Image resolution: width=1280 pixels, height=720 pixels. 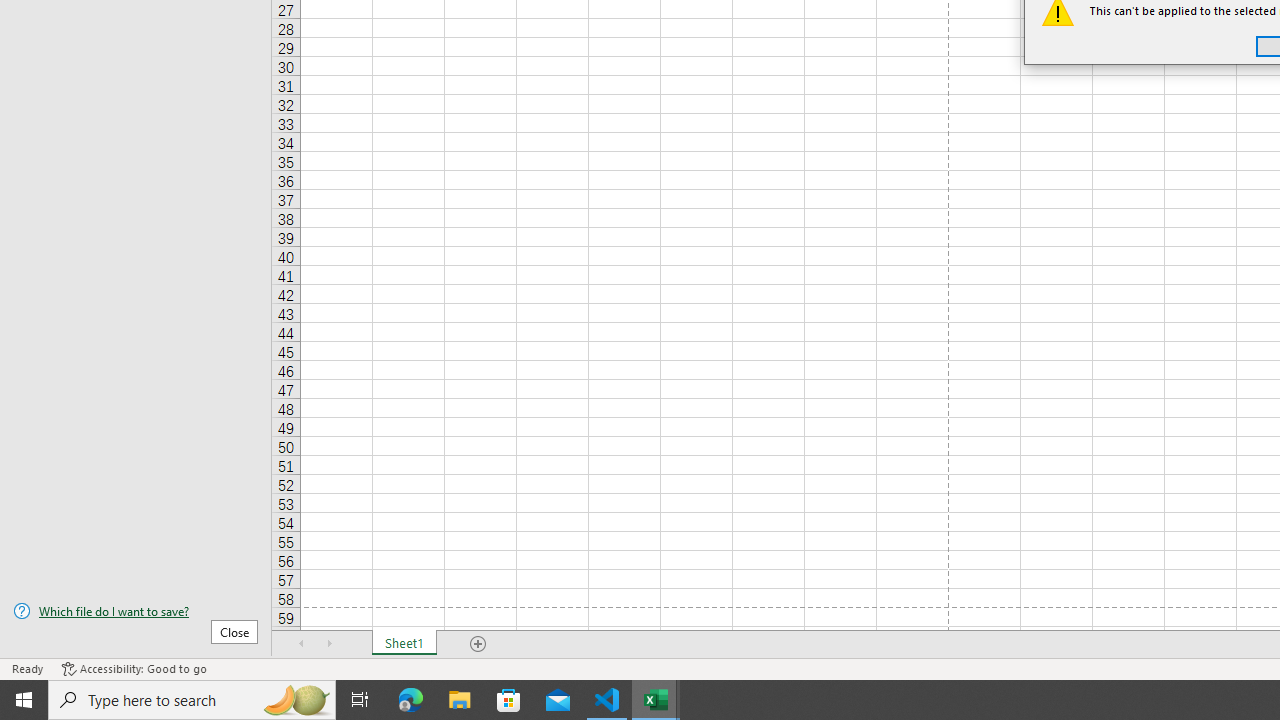 I want to click on 'File Explorer', so click(x=459, y=698).